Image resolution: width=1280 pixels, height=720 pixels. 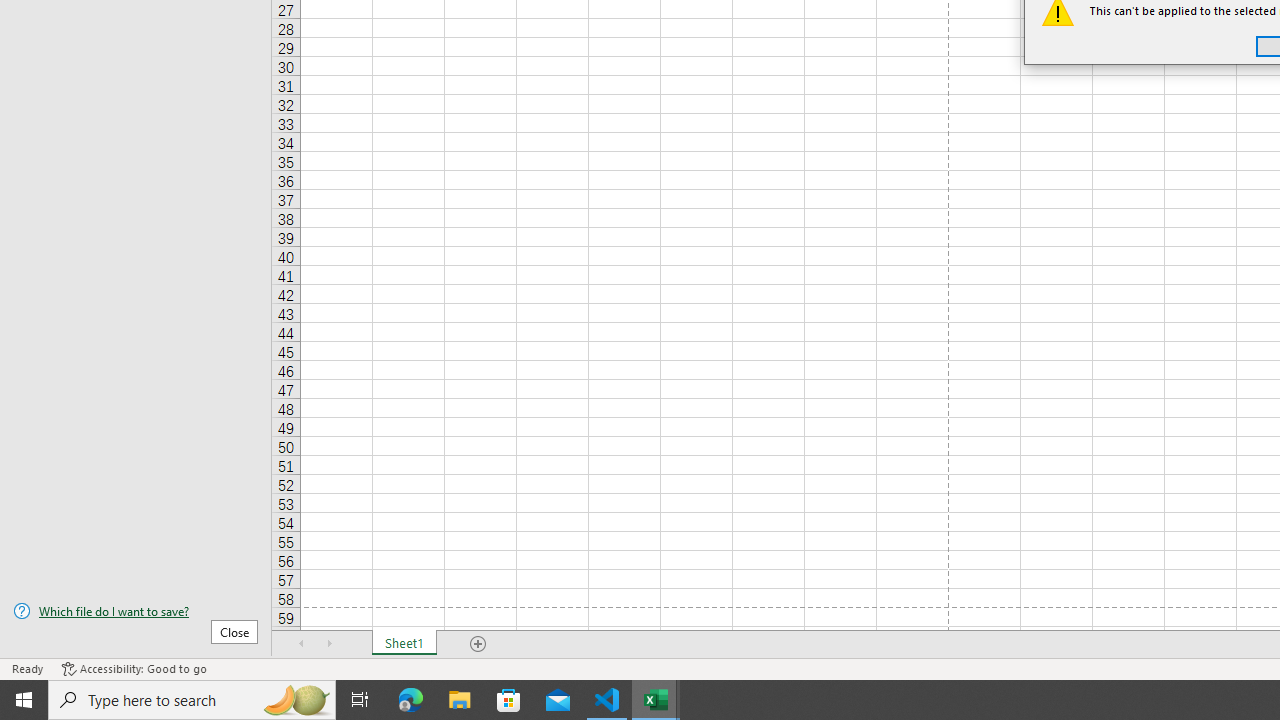 I want to click on 'File Explorer', so click(x=459, y=698).